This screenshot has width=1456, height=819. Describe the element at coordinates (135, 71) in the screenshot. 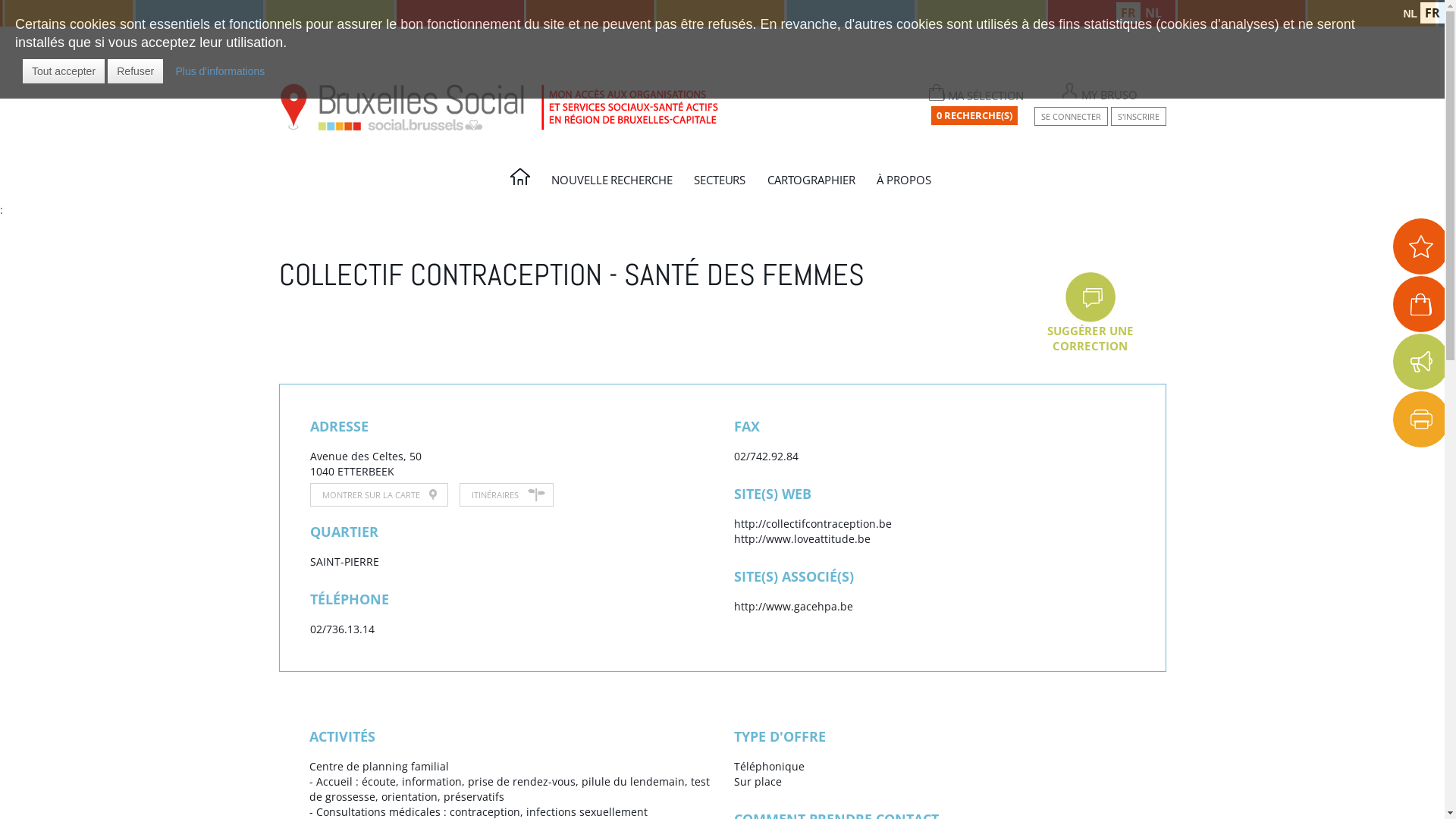

I see `'Refuser'` at that location.